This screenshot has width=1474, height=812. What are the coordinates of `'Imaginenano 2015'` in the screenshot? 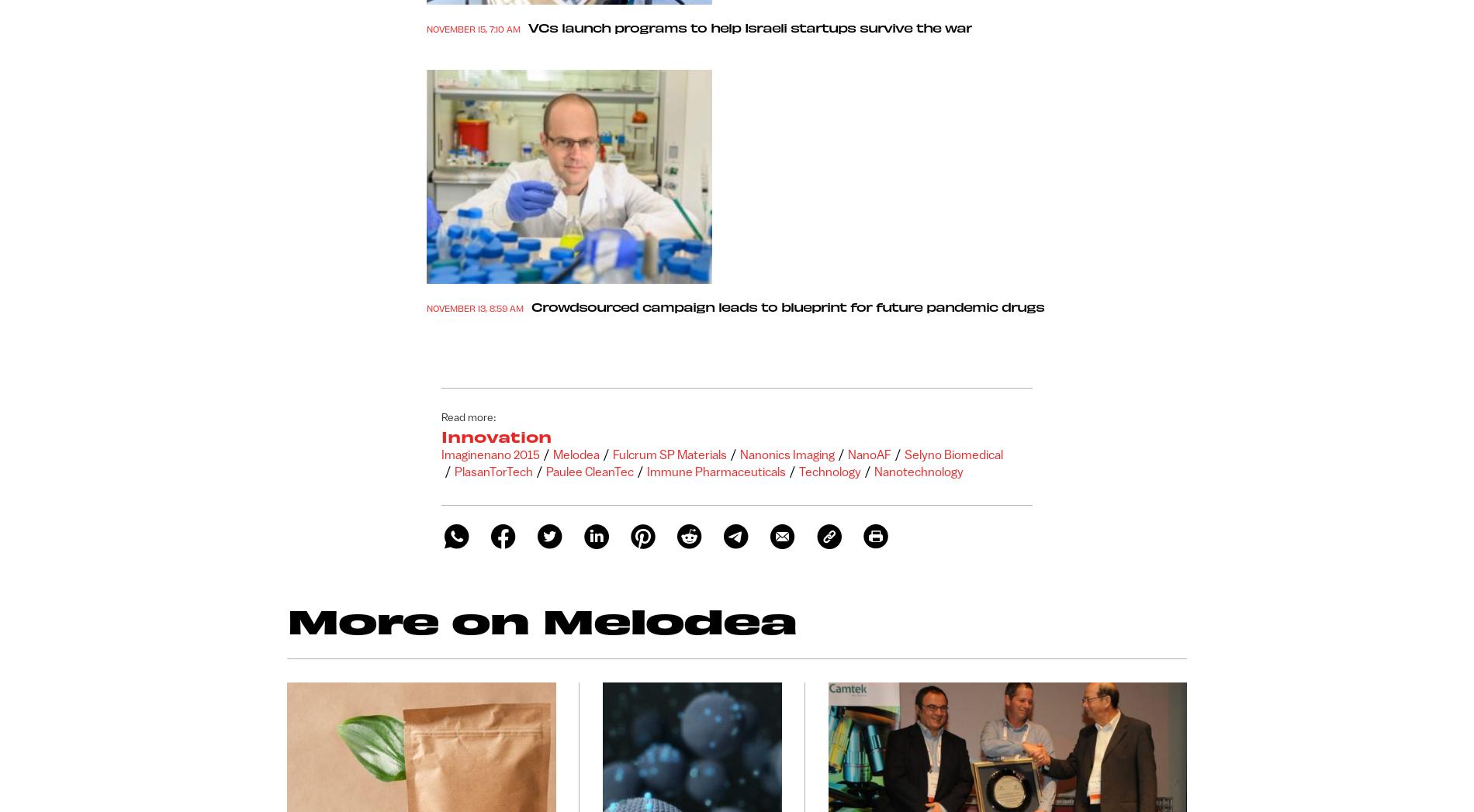 It's located at (490, 454).